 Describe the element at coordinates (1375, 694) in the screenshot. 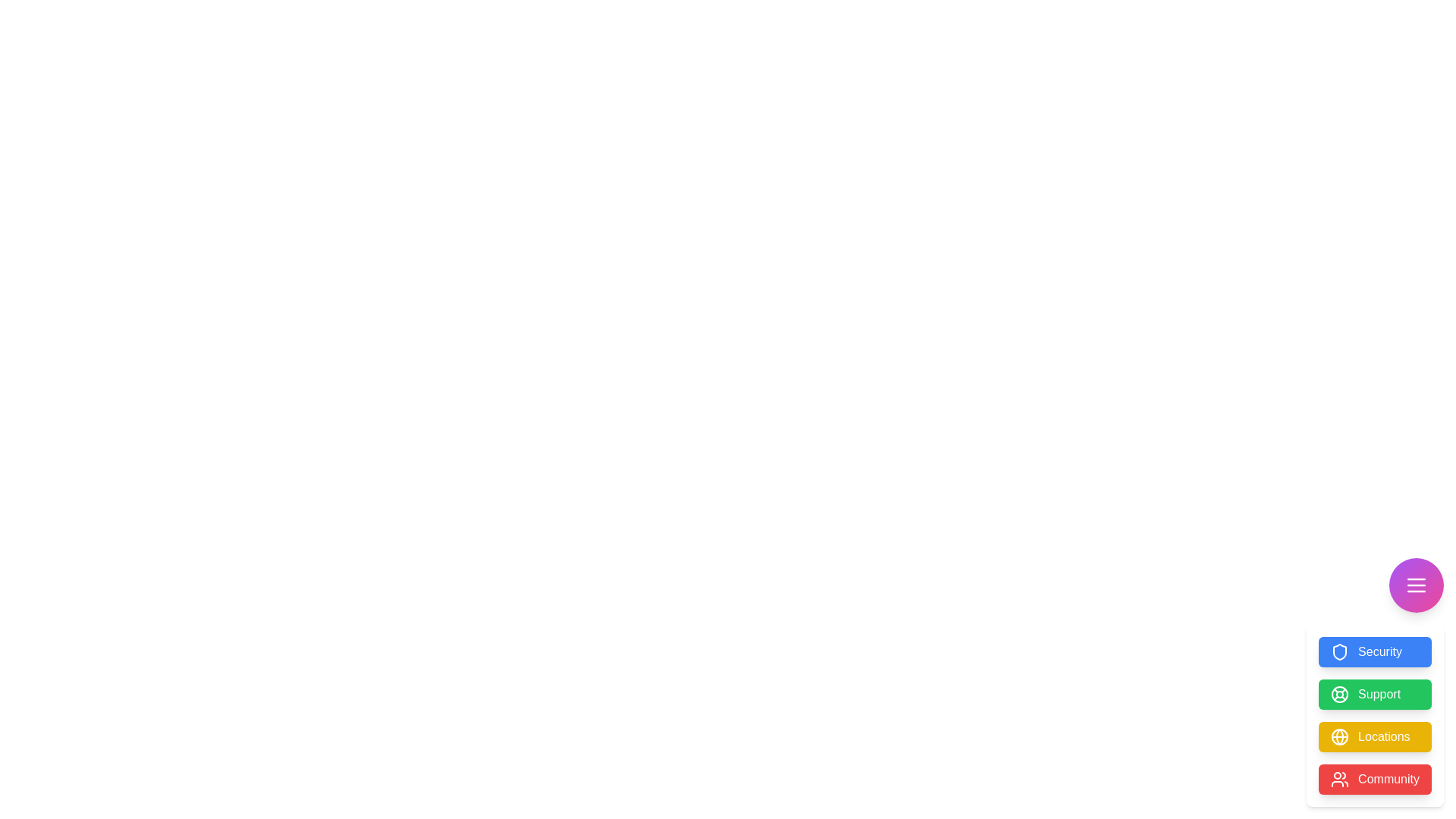

I see `the bright green 'Support' button with a life-buoy icon` at that location.